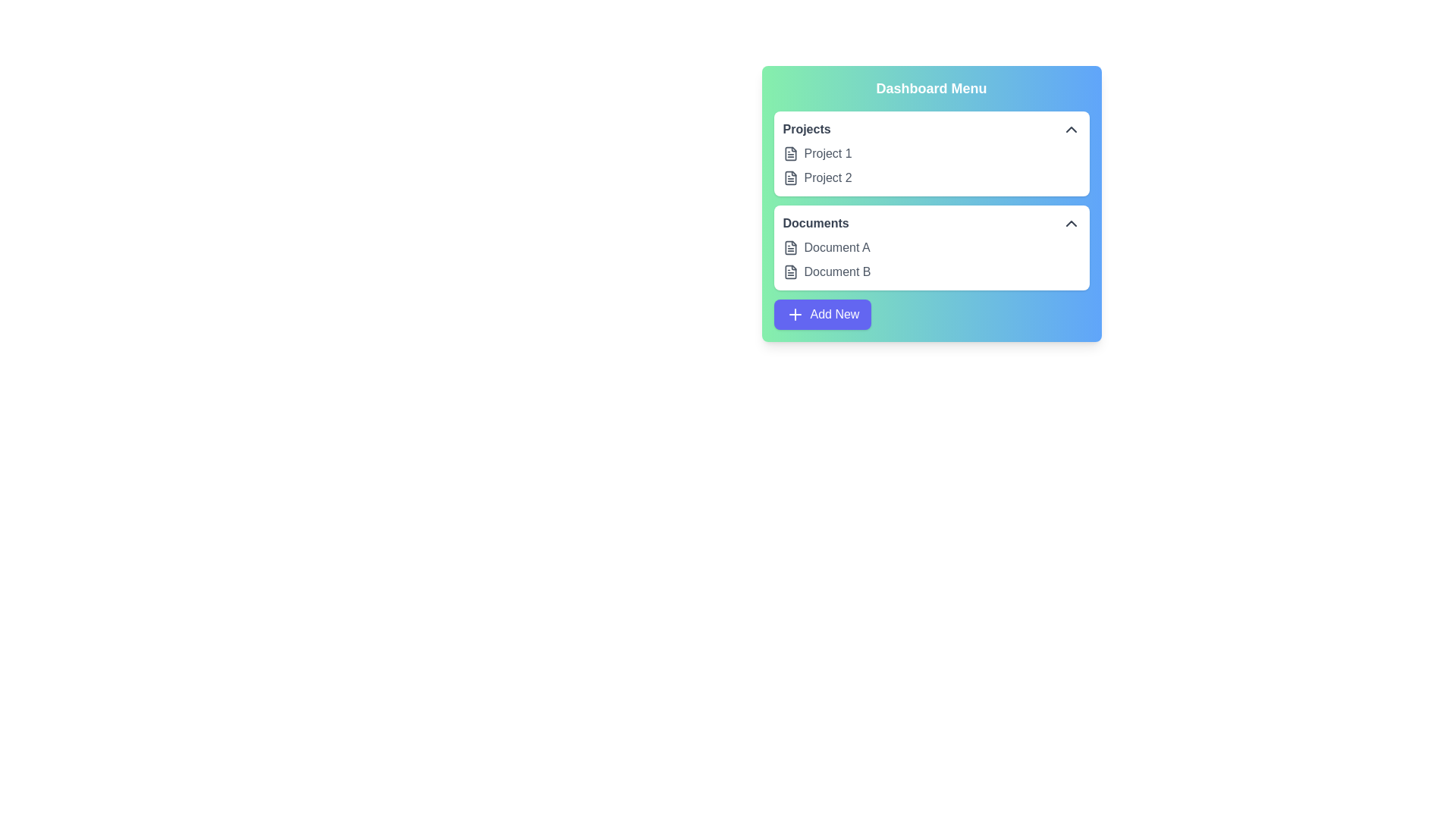  I want to click on the file named Project 1 in the list, so click(789, 154).